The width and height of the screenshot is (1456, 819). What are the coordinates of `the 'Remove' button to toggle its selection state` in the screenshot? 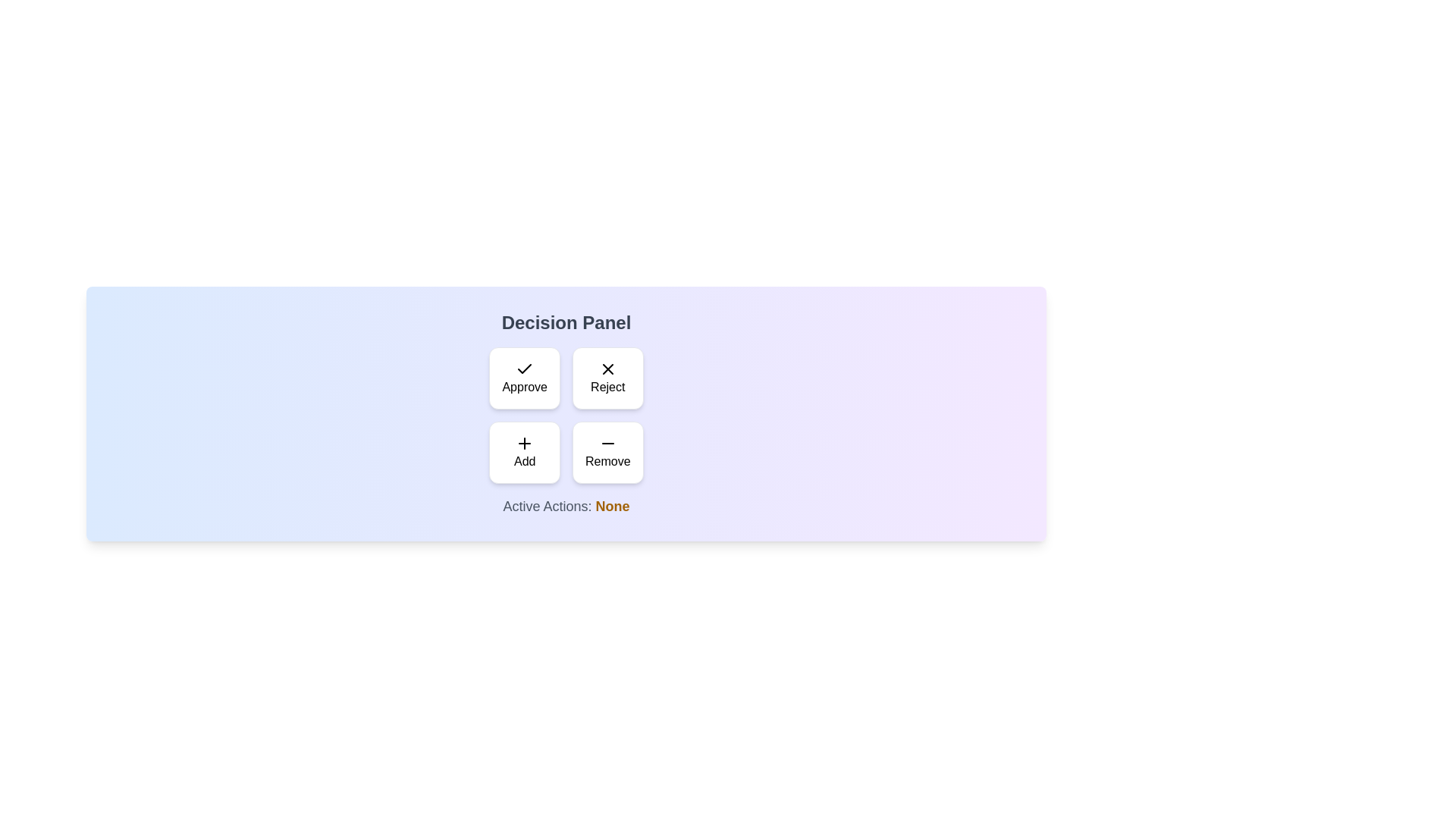 It's located at (607, 452).